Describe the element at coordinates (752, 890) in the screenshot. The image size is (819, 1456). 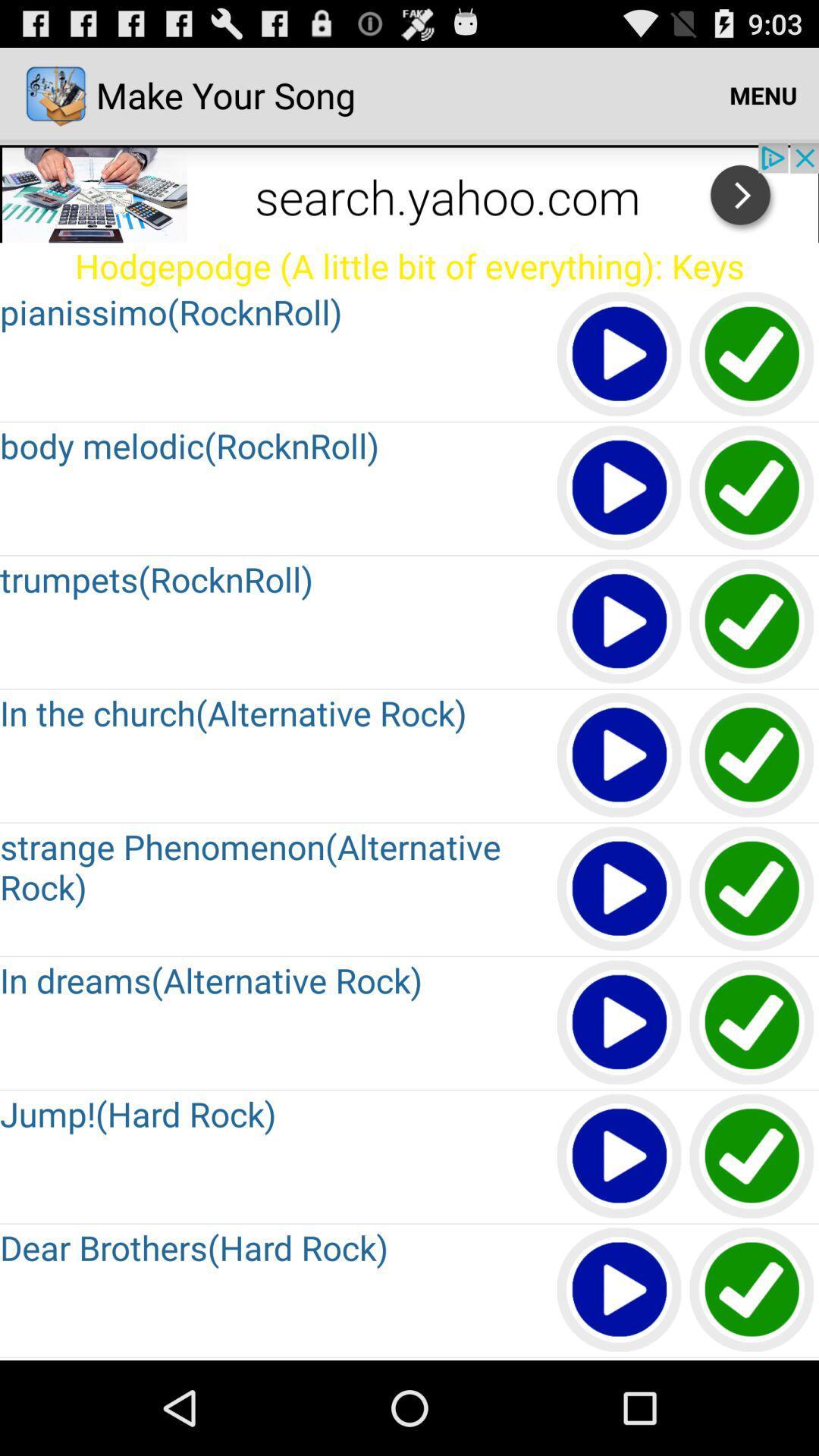
I see `check button` at that location.